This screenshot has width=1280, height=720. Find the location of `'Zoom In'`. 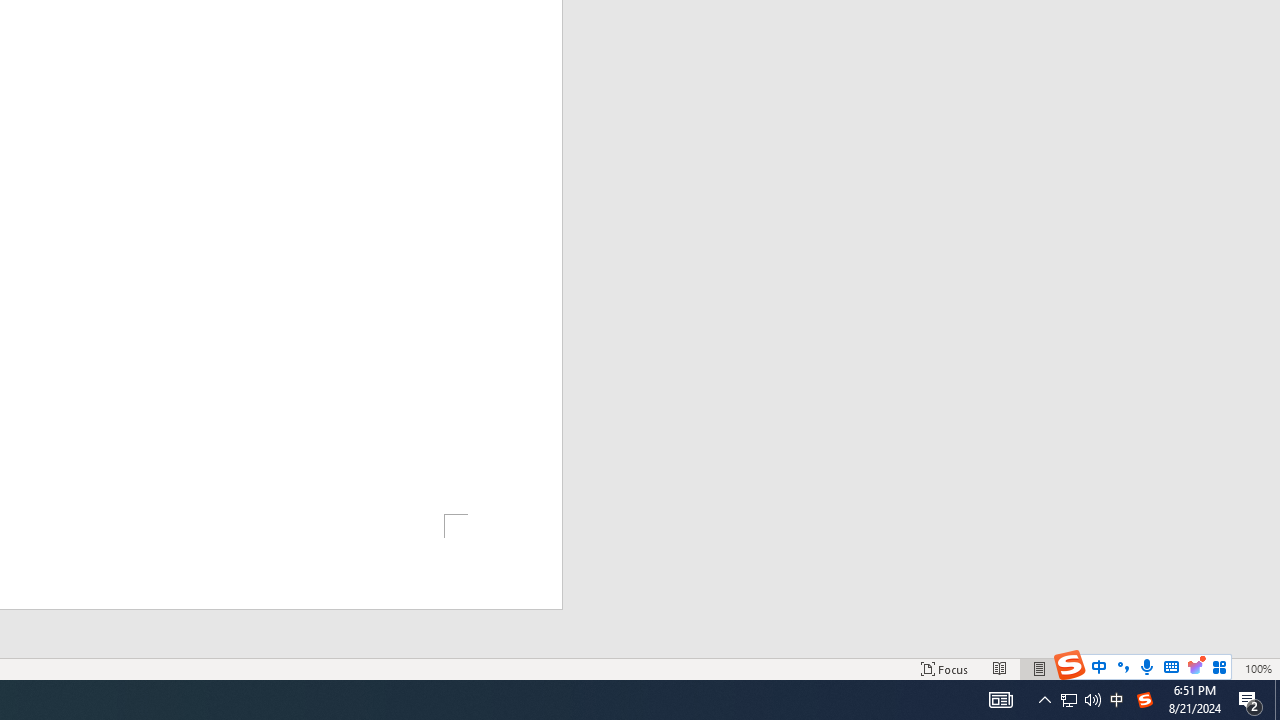

'Zoom In' is located at coordinates (1226, 669).